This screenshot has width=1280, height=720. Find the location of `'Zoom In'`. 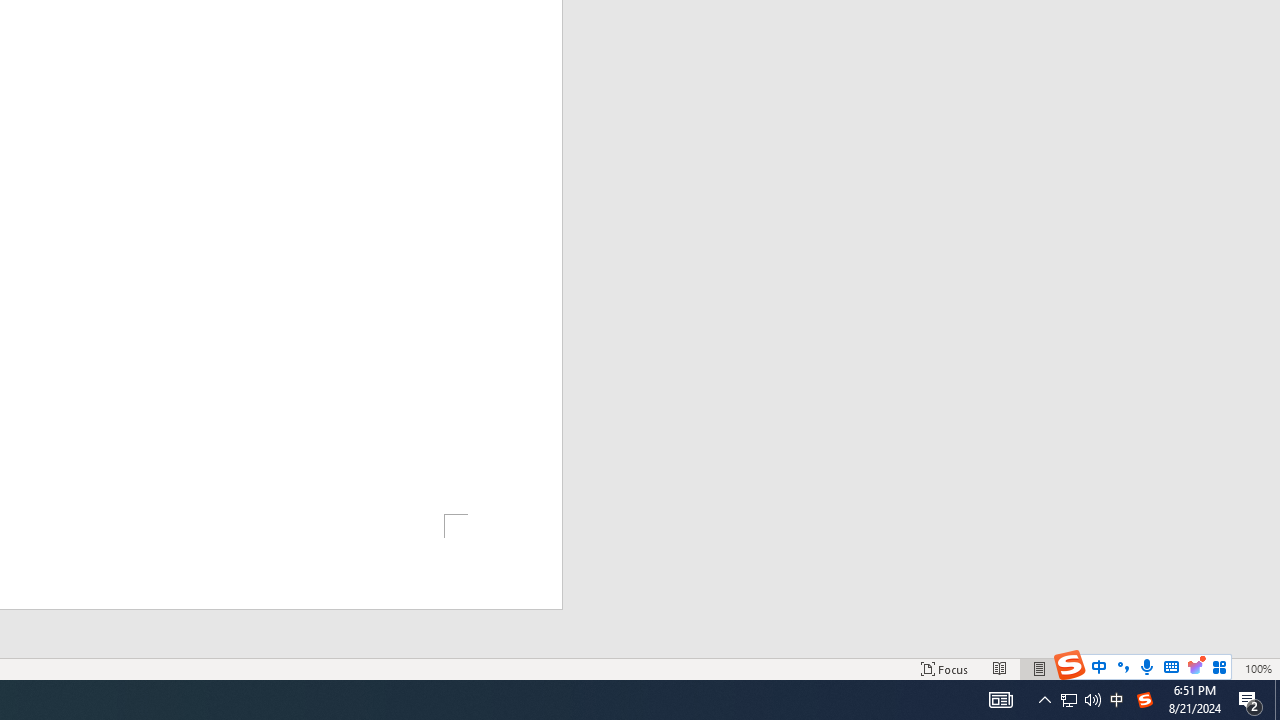

'Zoom In' is located at coordinates (1226, 669).